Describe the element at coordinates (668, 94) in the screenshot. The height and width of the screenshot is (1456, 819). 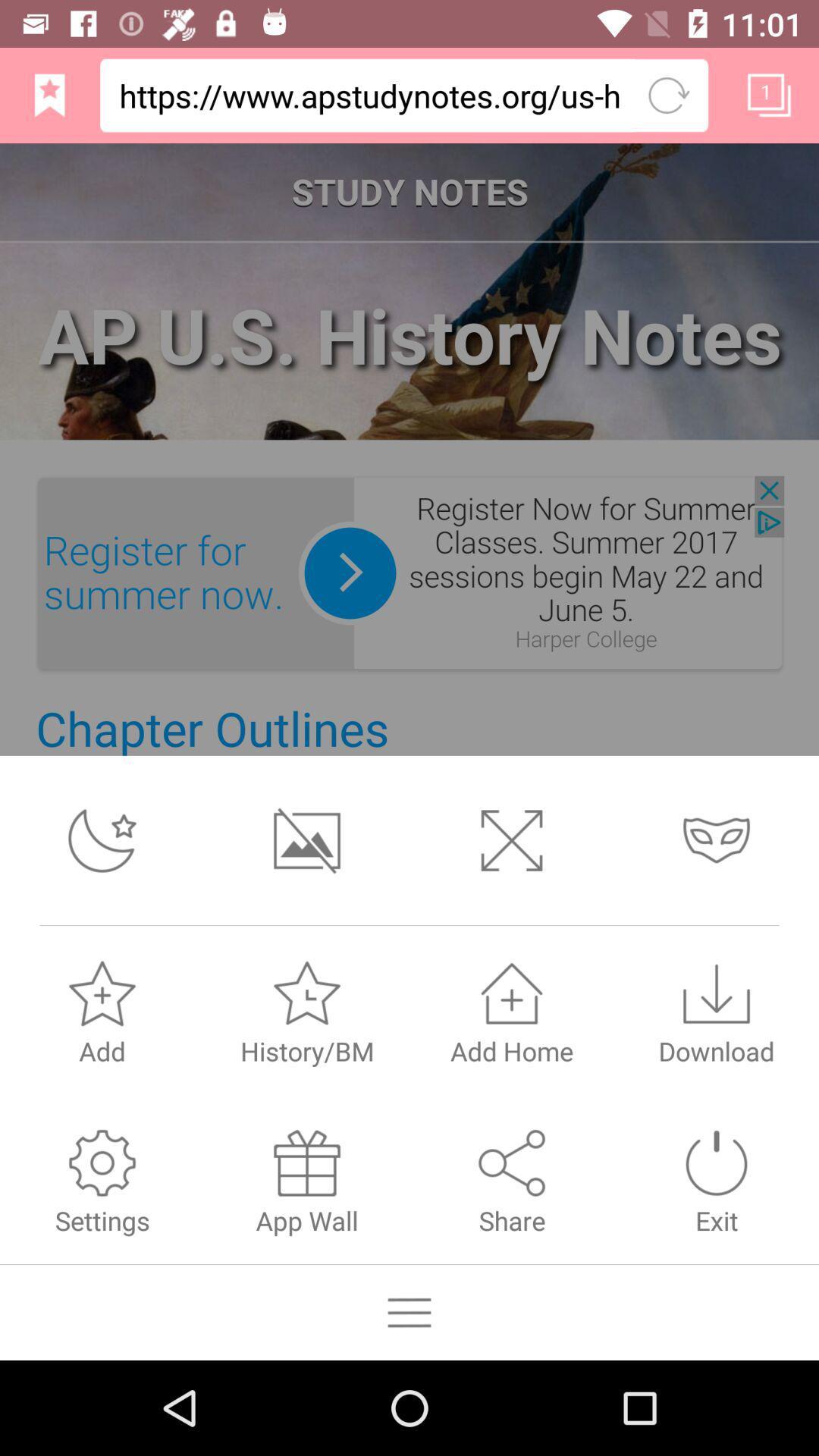
I see `reload button` at that location.